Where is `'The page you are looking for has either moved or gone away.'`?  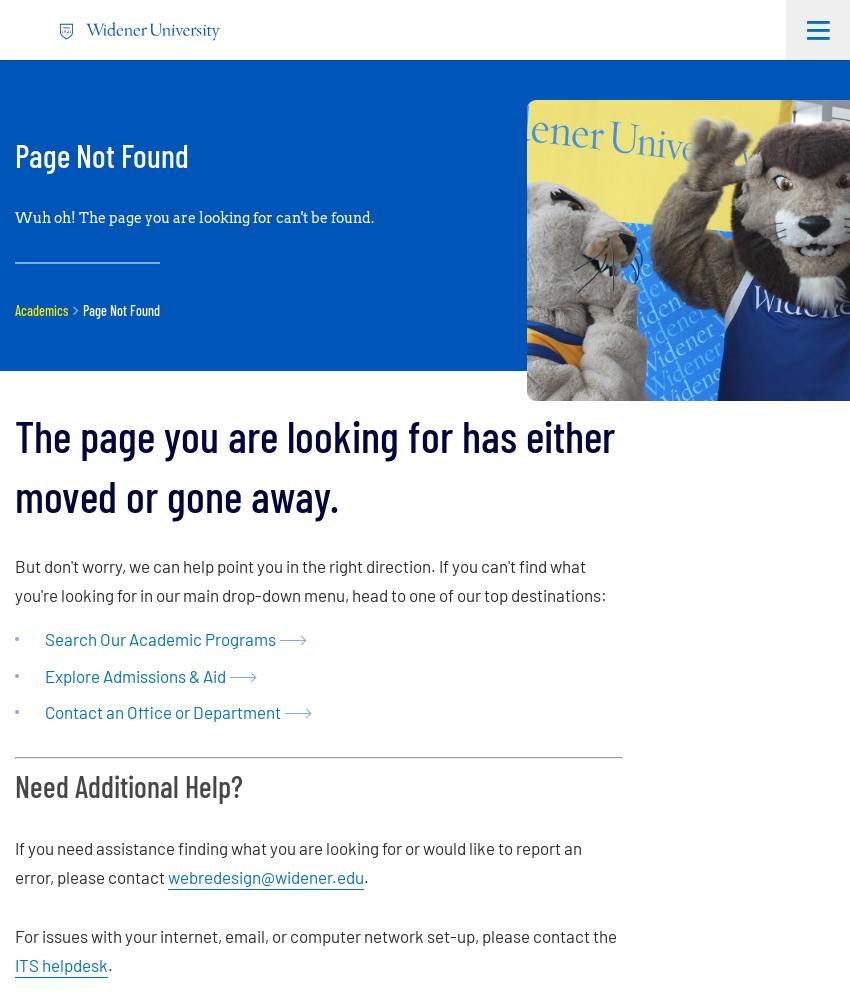 'The page you are looking for has either moved or gone away.' is located at coordinates (315, 463).